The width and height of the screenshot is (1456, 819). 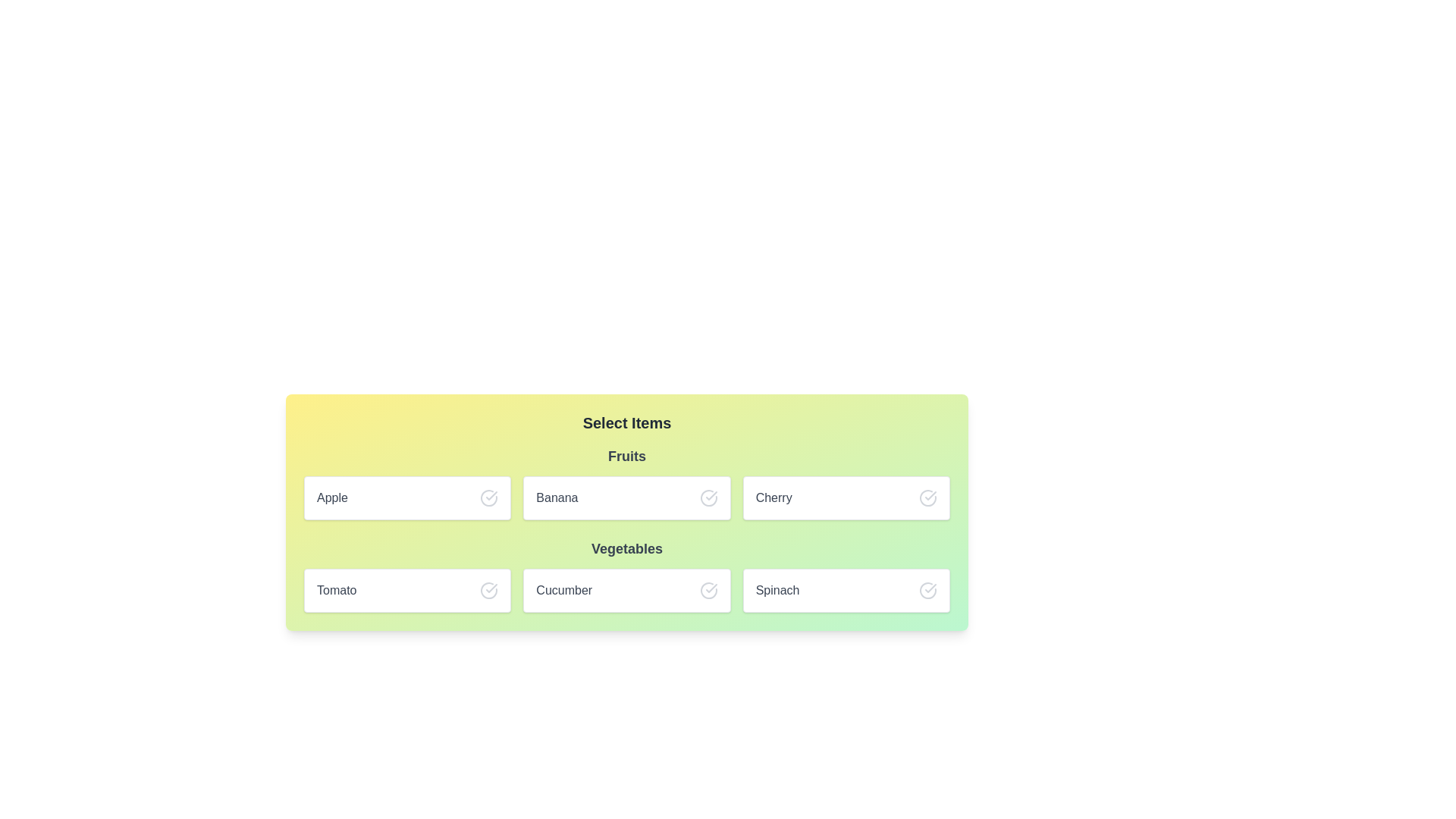 I want to click on the 'Spinach' text label within the 'Vegetables' section, so click(x=777, y=590).